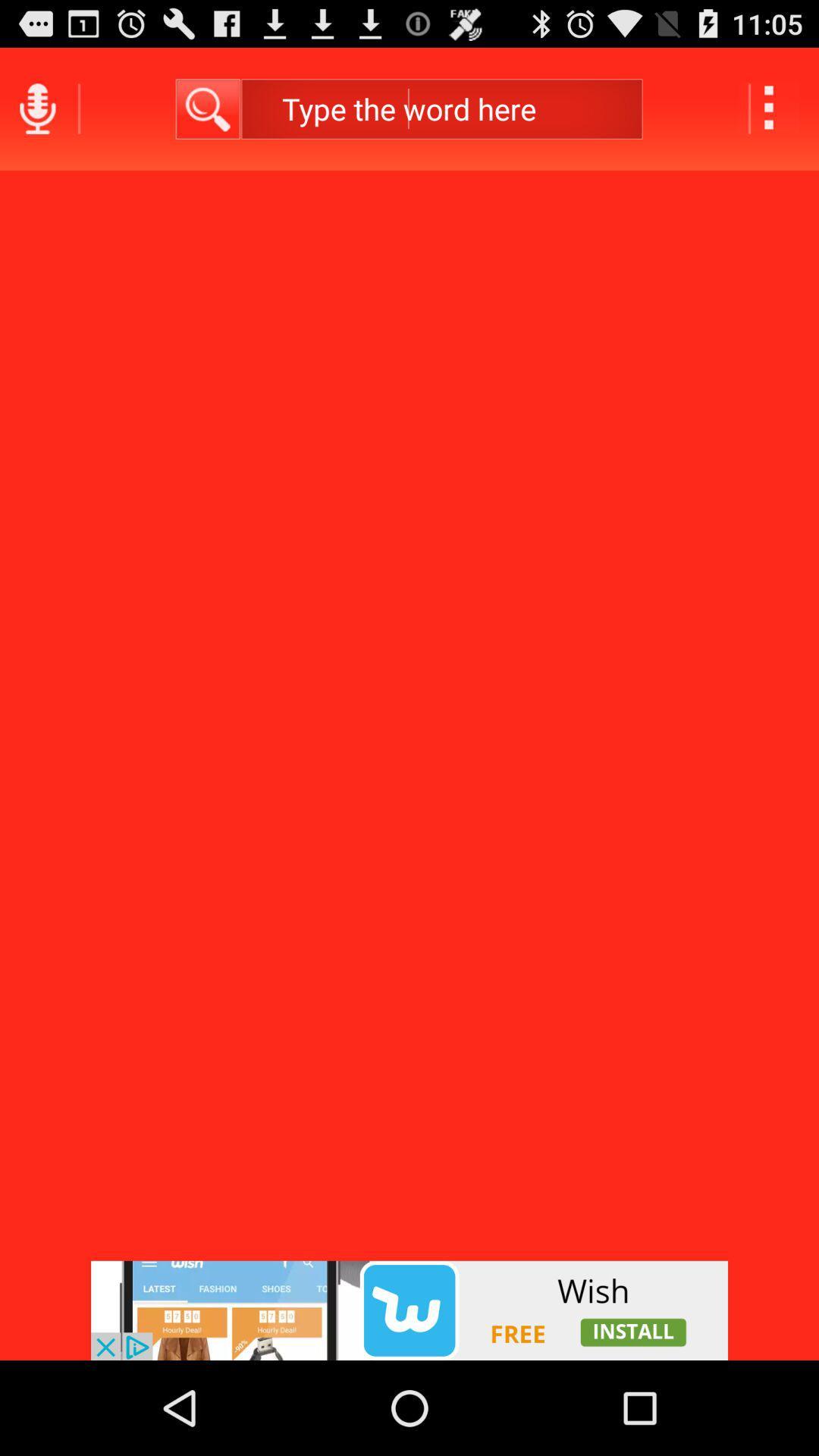  Describe the element at coordinates (409, 1310) in the screenshot. I see `advertisement banner` at that location.